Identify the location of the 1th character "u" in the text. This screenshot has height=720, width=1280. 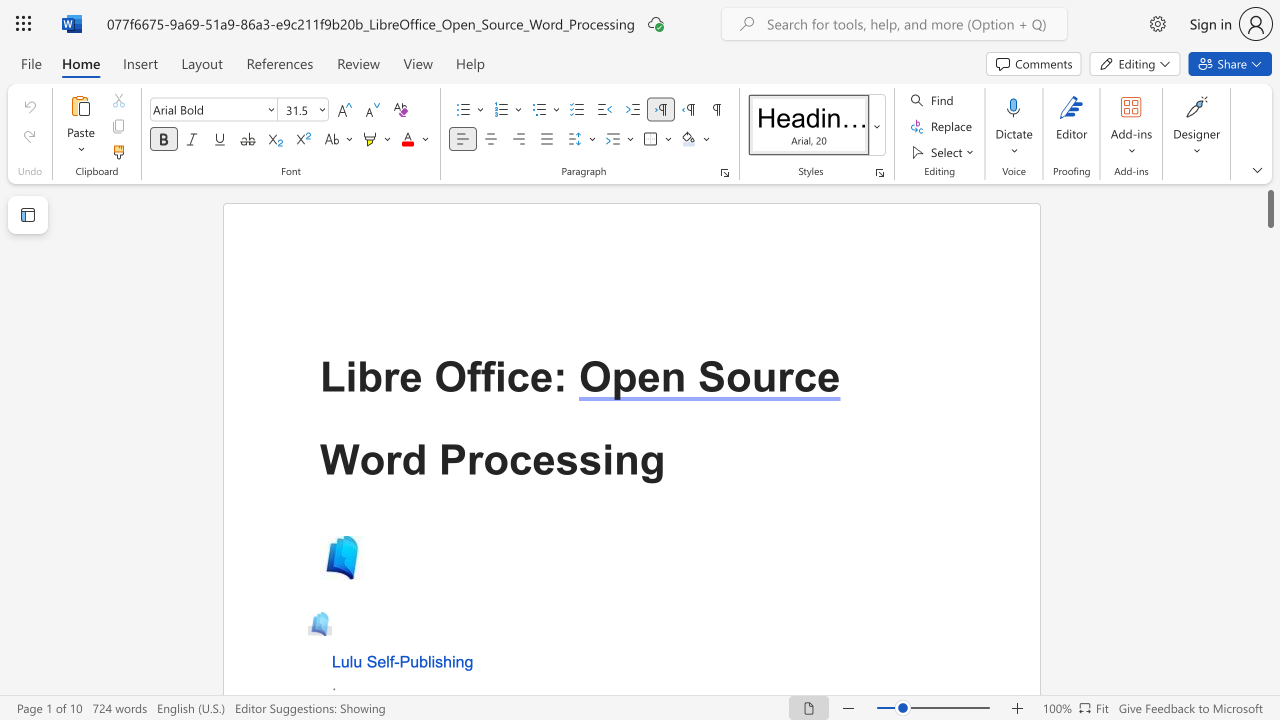
(345, 661).